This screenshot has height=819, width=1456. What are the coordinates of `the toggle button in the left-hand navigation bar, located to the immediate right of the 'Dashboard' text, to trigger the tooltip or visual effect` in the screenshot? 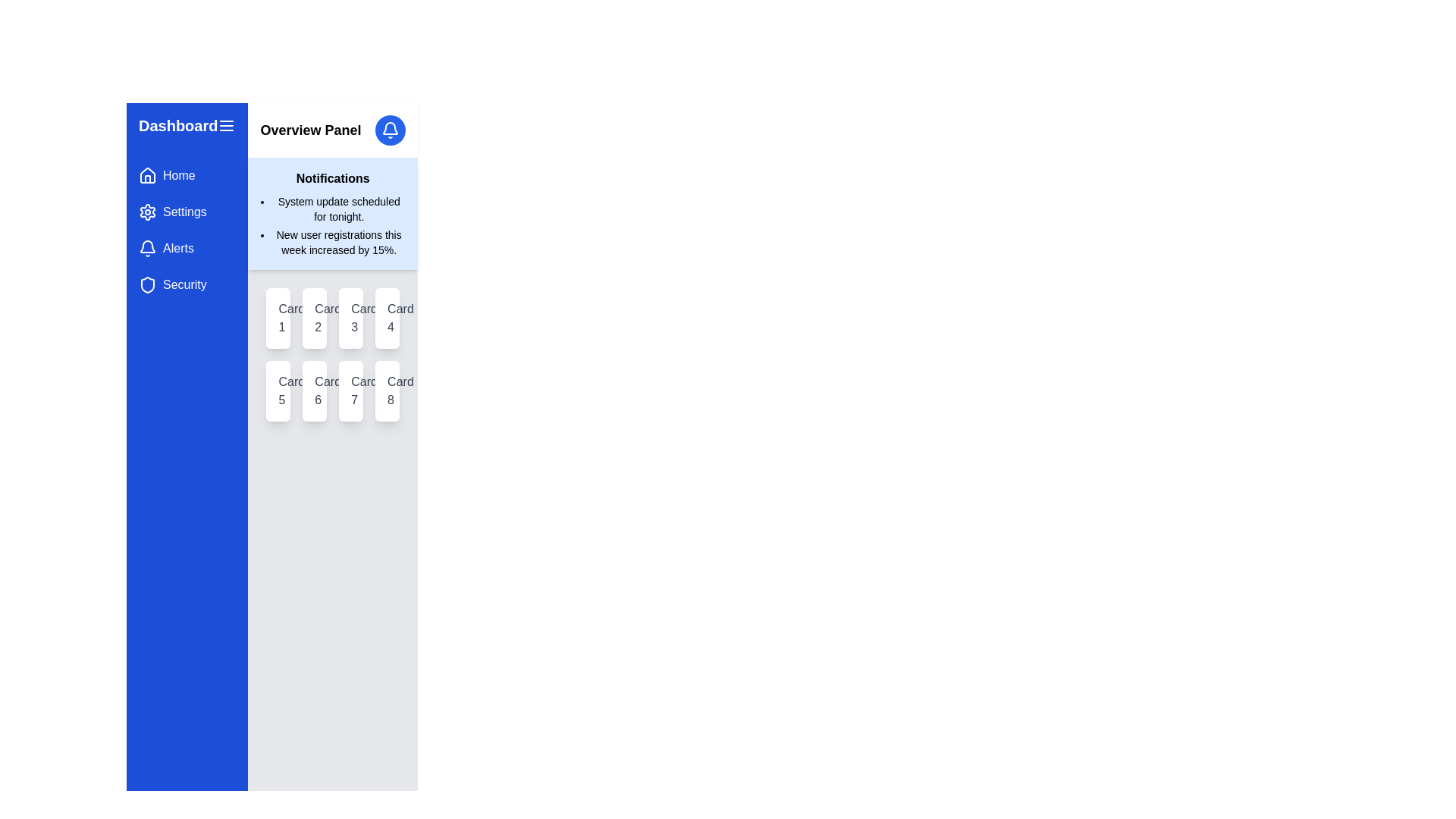 It's located at (226, 124).